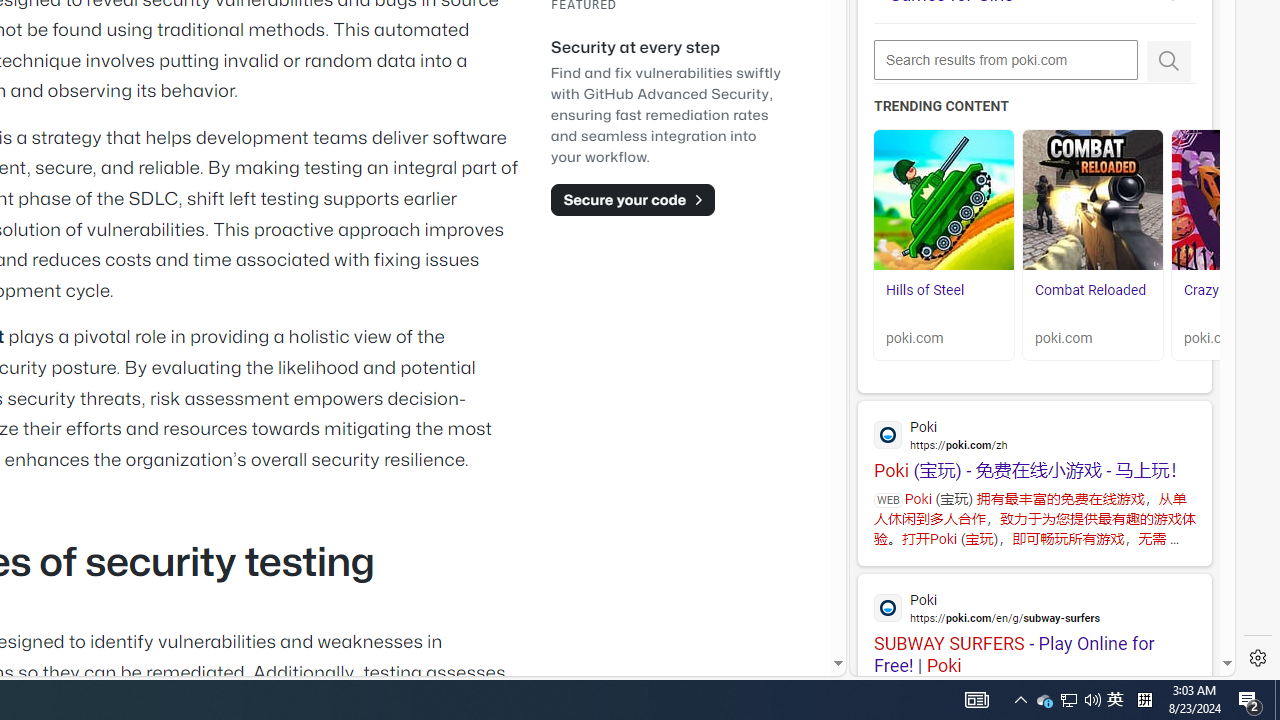 This screenshot has height=720, width=1280. Describe the element at coordinates (1092, 200) in the screenshot. I see `'Combat Reloaded'` at that location.